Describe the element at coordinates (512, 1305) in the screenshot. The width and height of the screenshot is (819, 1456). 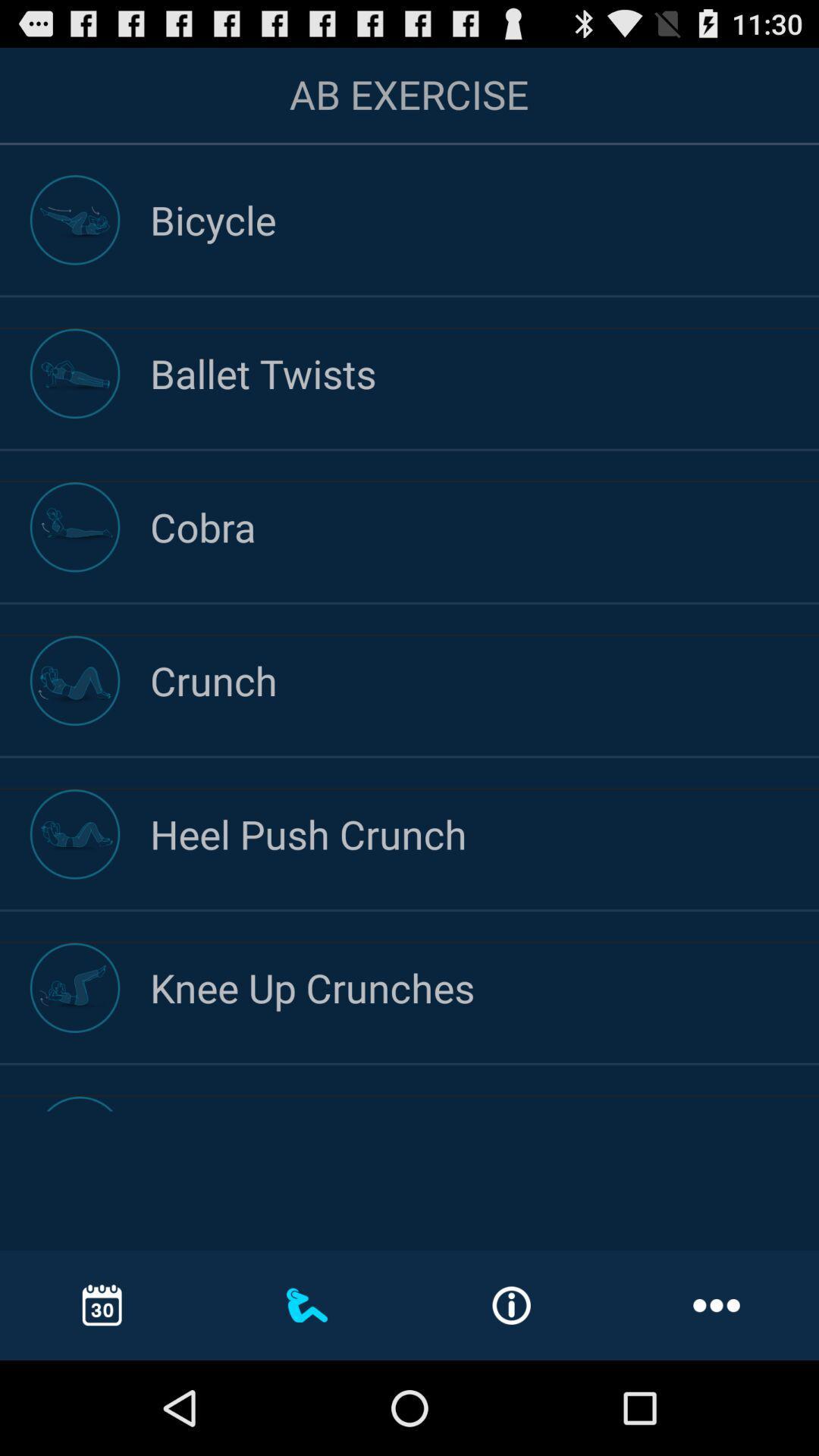
I see `information icon which is on the bottom of the page` at that location.